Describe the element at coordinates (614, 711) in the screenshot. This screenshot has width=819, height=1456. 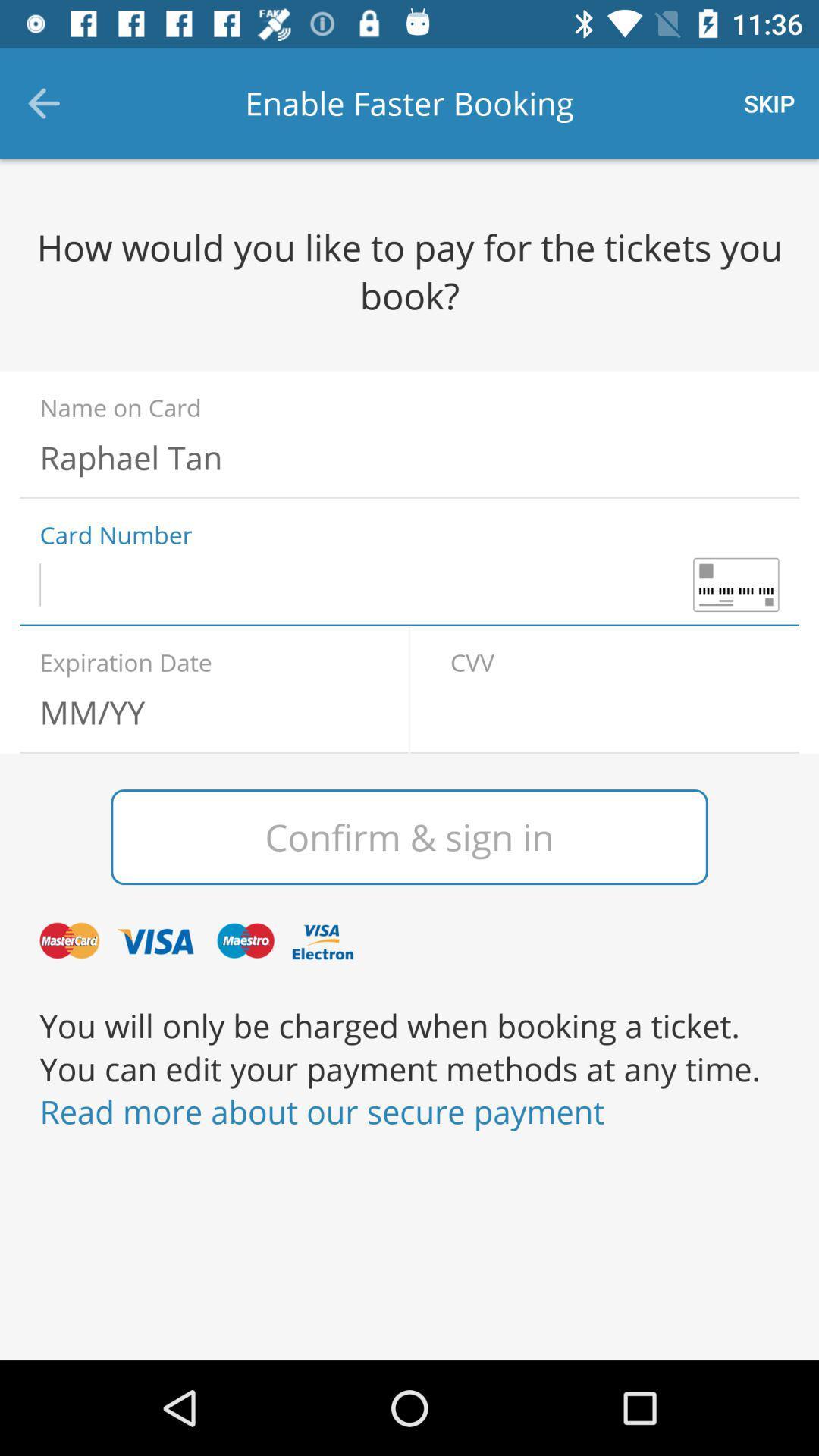
I see `cw number` at that location.